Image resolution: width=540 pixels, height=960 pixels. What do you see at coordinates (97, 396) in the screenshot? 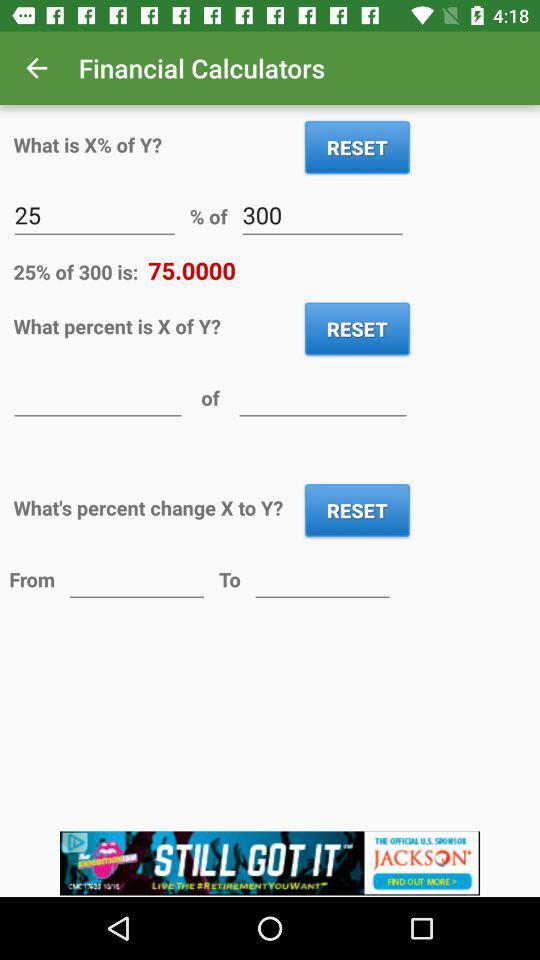
I see `value` at bounding box center [97, 396].